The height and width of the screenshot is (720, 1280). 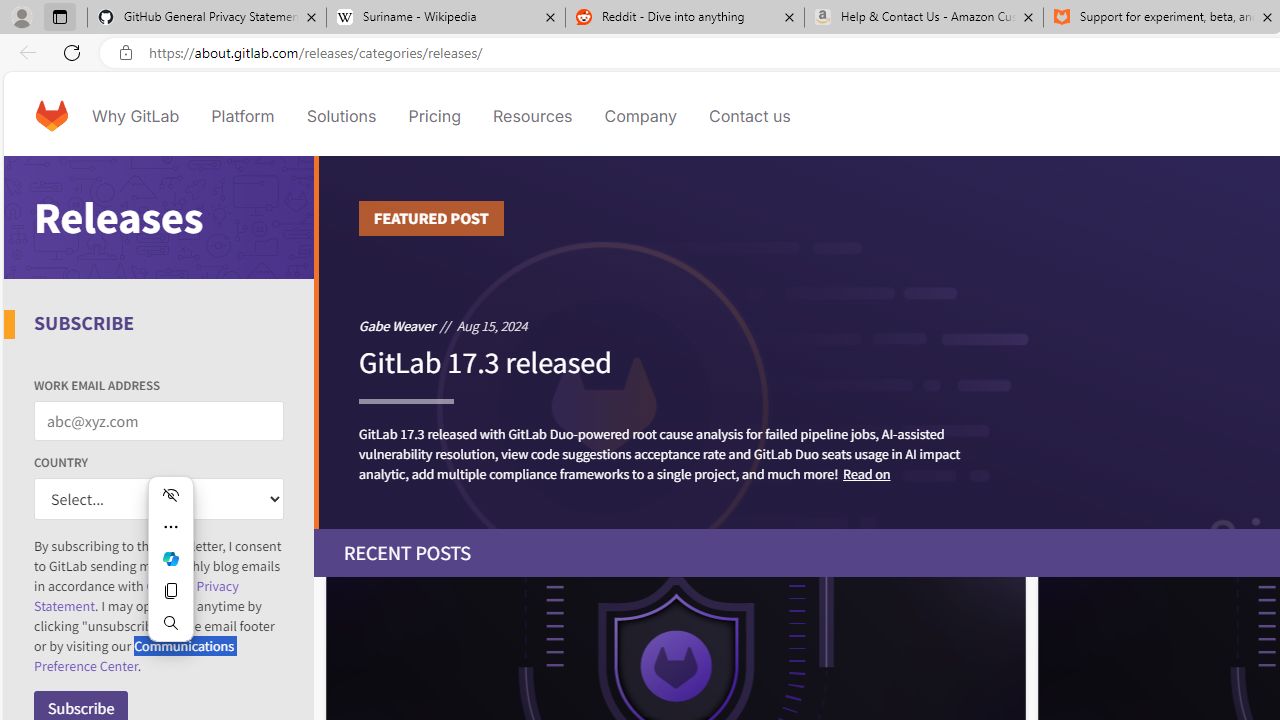 What do you see at coordinates (170, 526) in the screenshot?
I see `'More actions'` at bounding box center [170, 526].